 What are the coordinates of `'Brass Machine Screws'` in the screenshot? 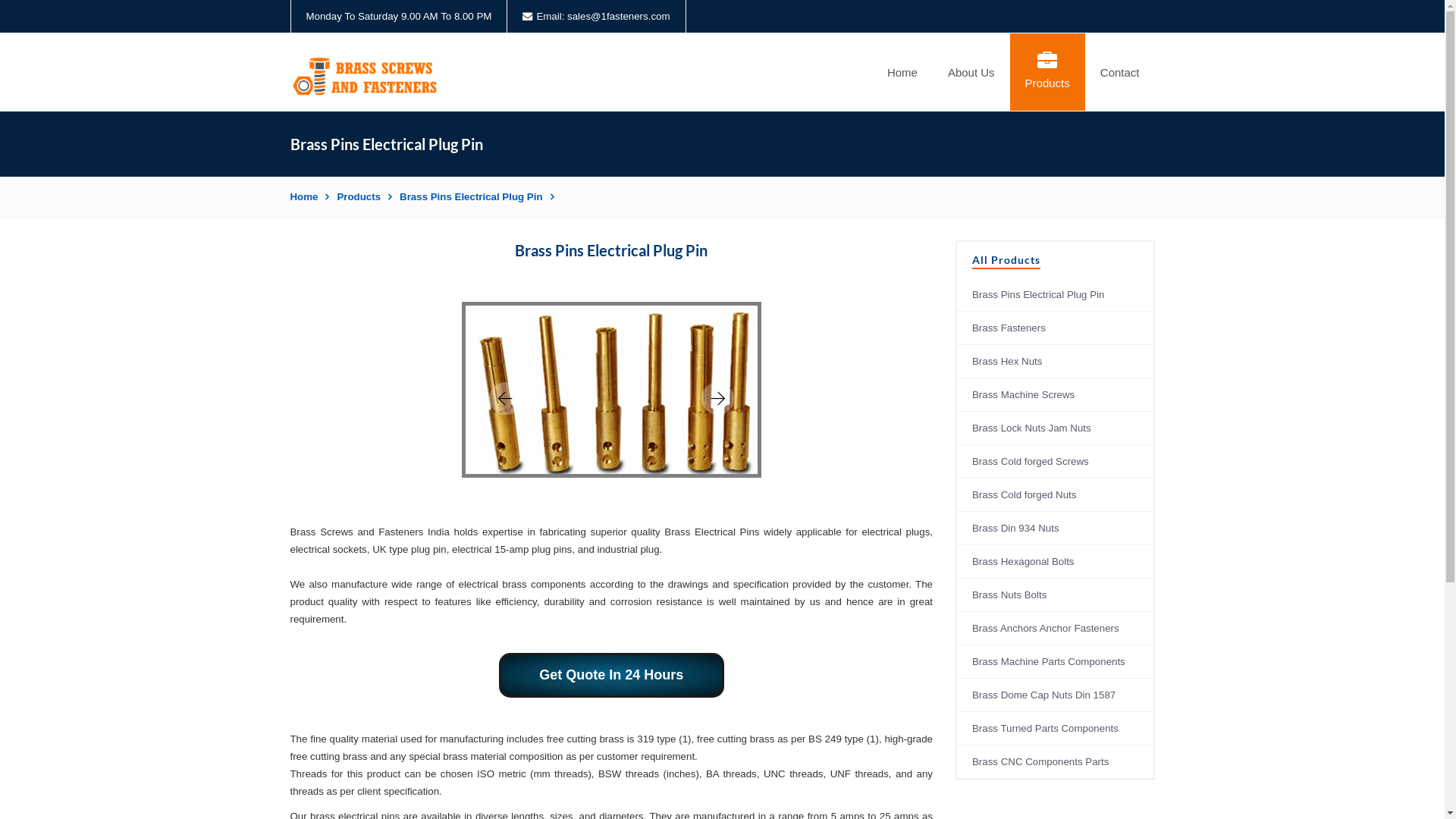 It's located at (956, 394).